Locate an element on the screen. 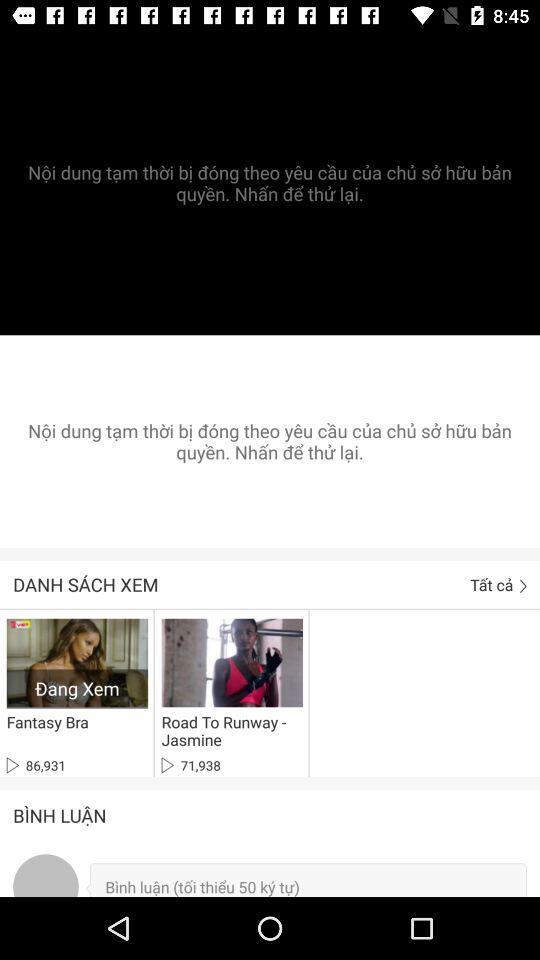  the item above the 71,938 item is located at coordinates (227, 730).